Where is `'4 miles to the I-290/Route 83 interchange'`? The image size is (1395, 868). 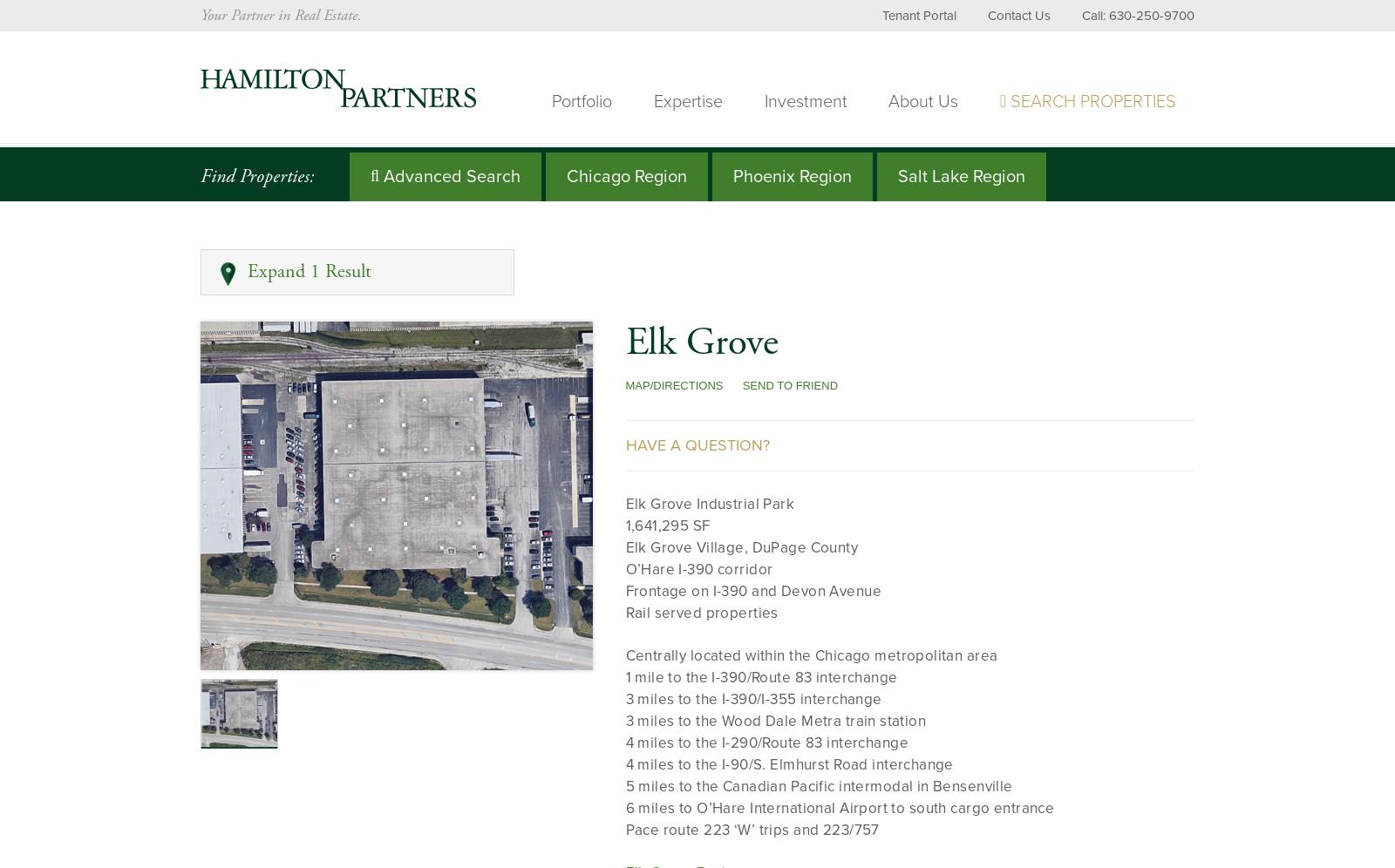
'4 miles to the I-290/Route 83 interchange' is located at coordinates (766, 742).